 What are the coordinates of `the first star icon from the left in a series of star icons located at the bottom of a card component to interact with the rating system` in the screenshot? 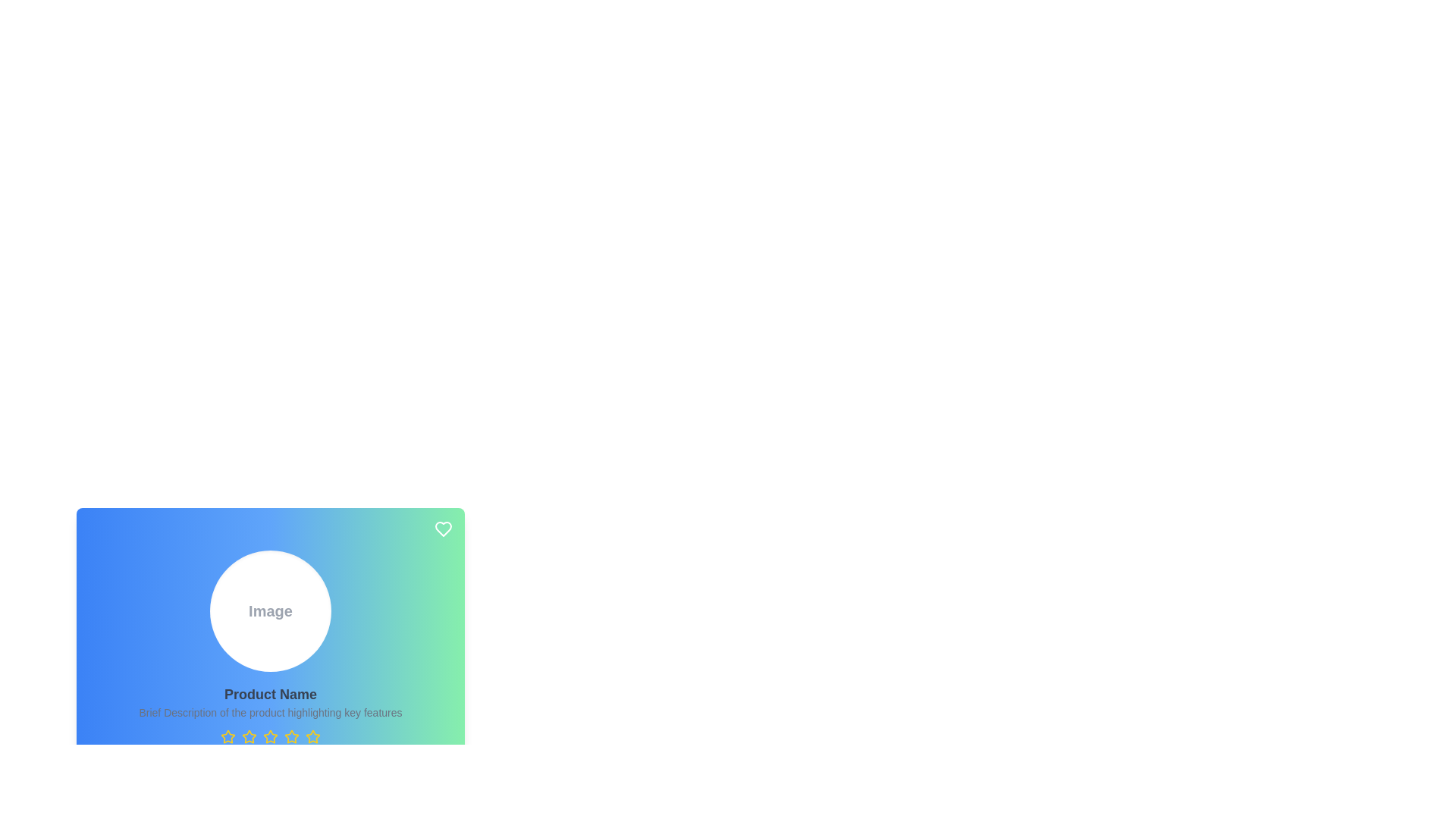 It's located at (227, 736).